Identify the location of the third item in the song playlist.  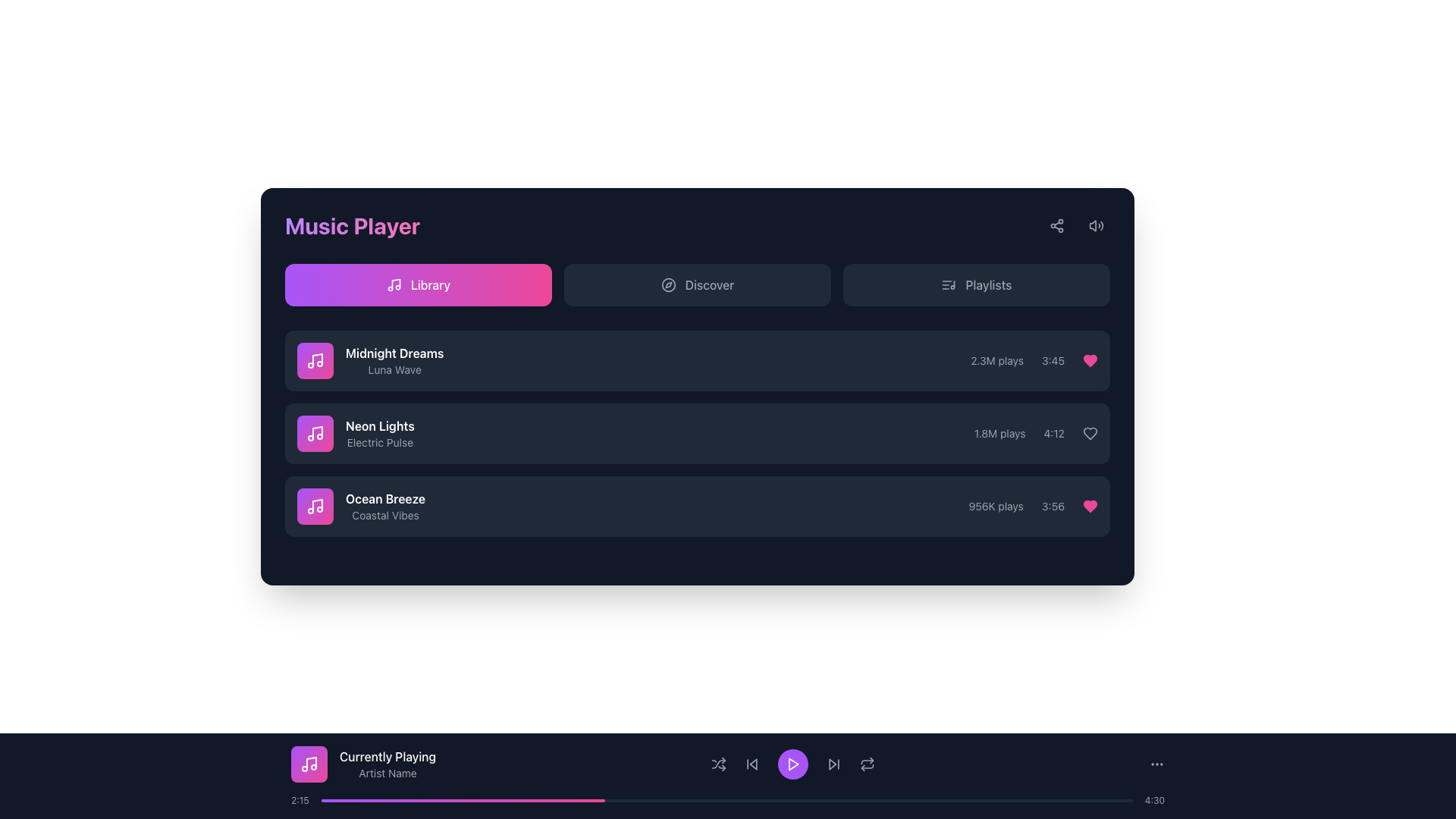
(697, 506).